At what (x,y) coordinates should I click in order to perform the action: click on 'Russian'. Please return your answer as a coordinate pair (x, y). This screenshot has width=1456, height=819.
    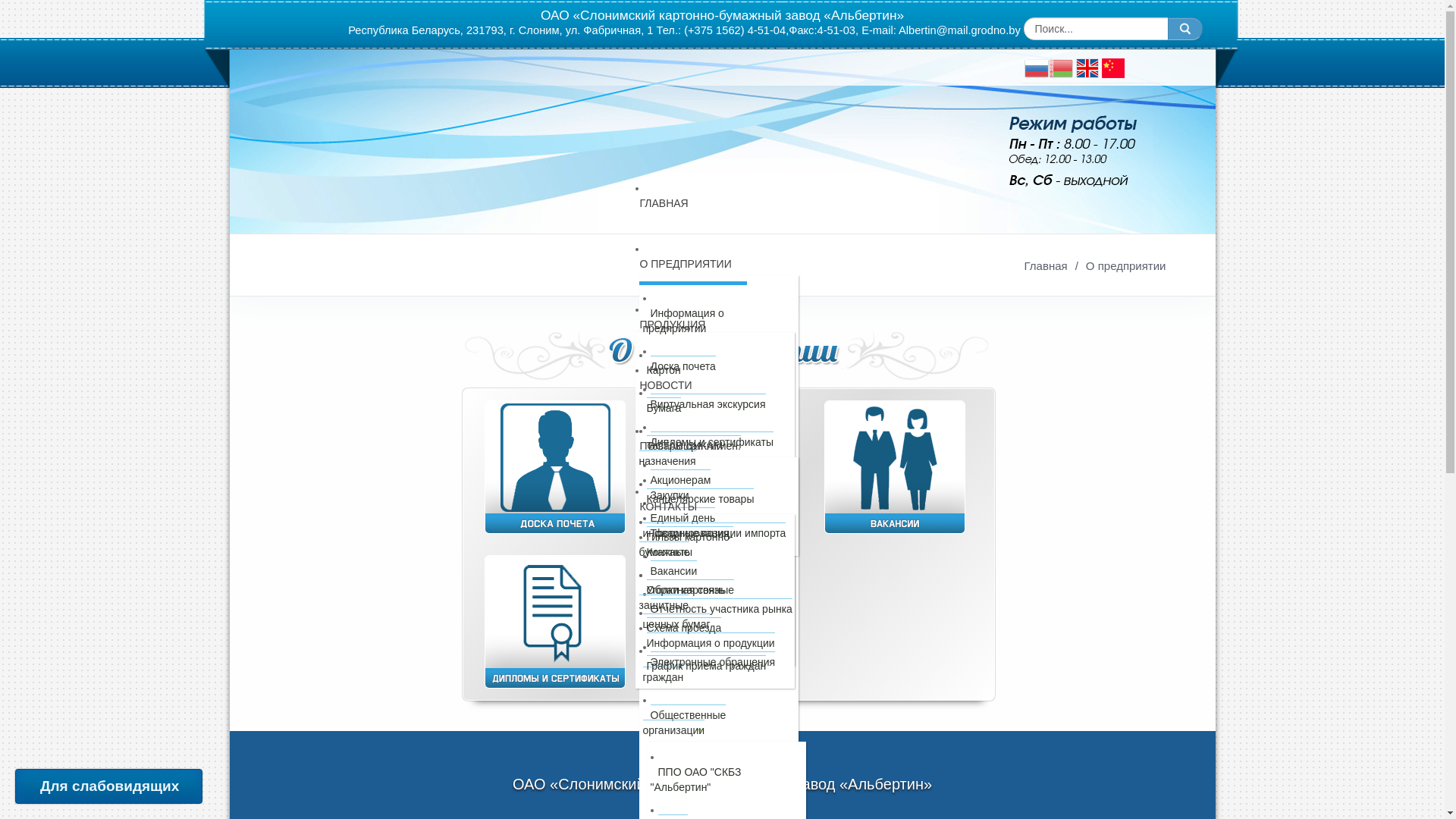
    Looking at the image, I should click on (1035, 66).